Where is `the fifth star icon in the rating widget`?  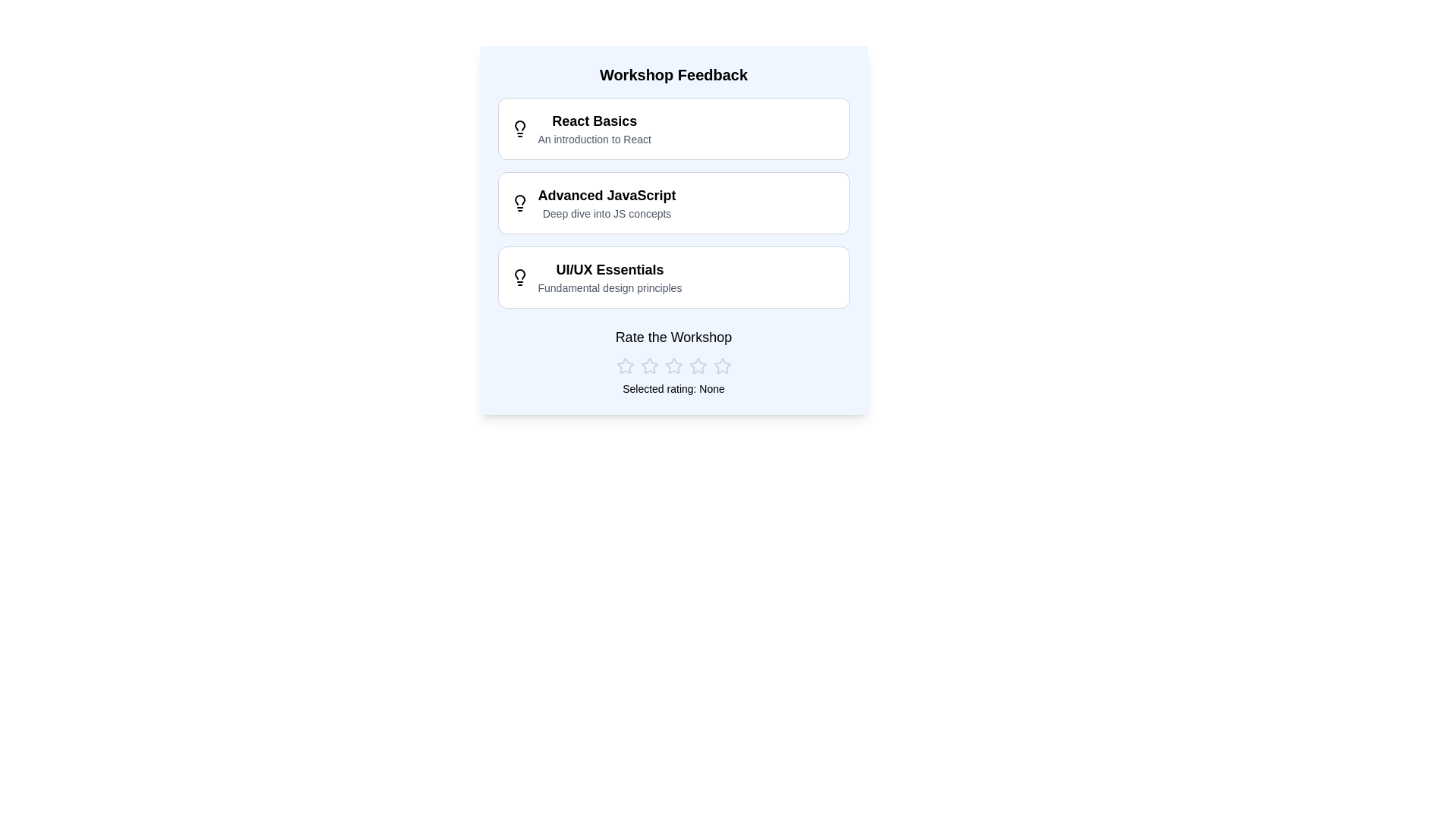
the fifth star icon in the rating widget is located at coordinates (721, 366).